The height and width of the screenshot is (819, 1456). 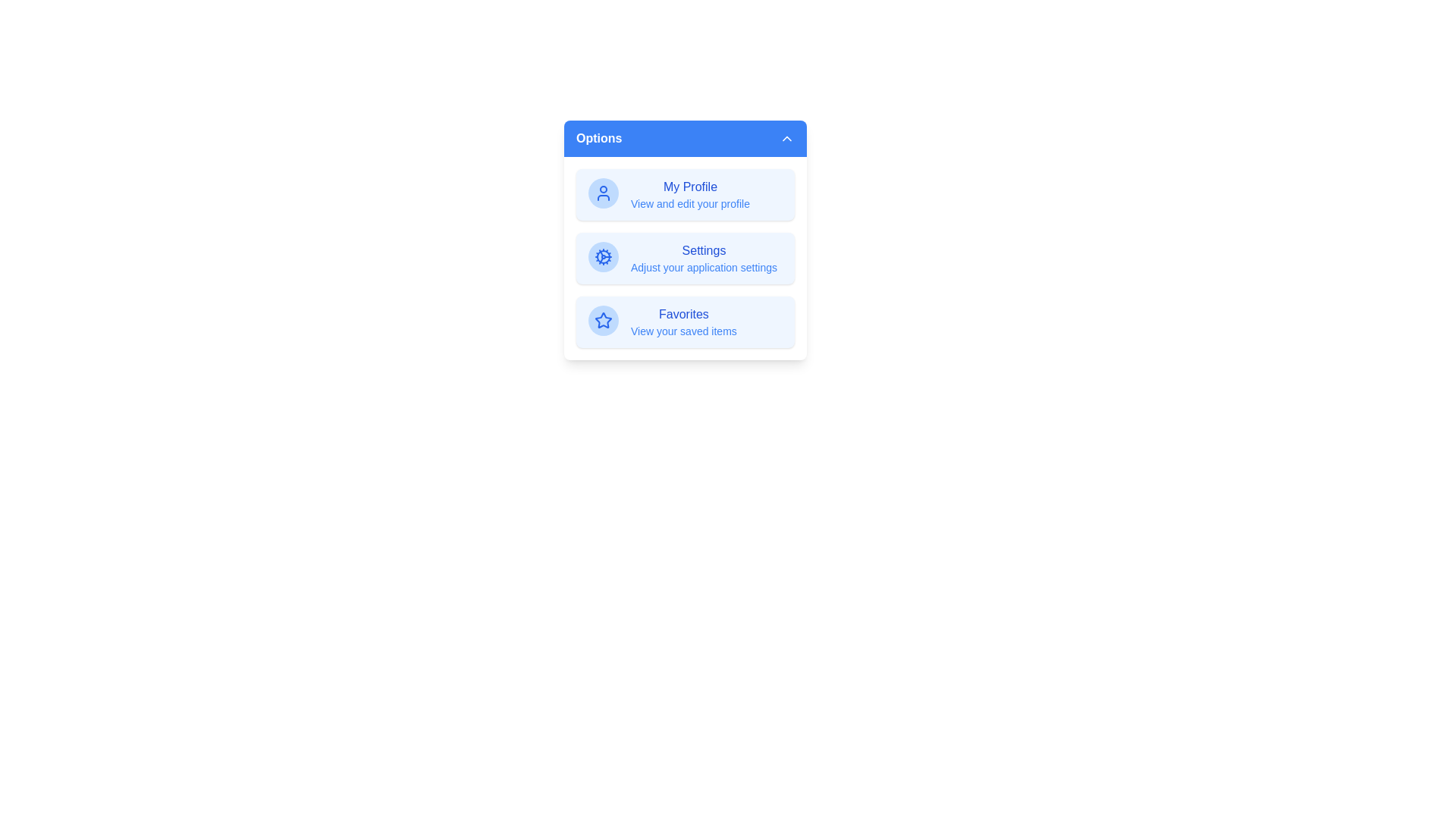 I want to click on the icon corresponding to the Settings option, so click(x=603, y=256).